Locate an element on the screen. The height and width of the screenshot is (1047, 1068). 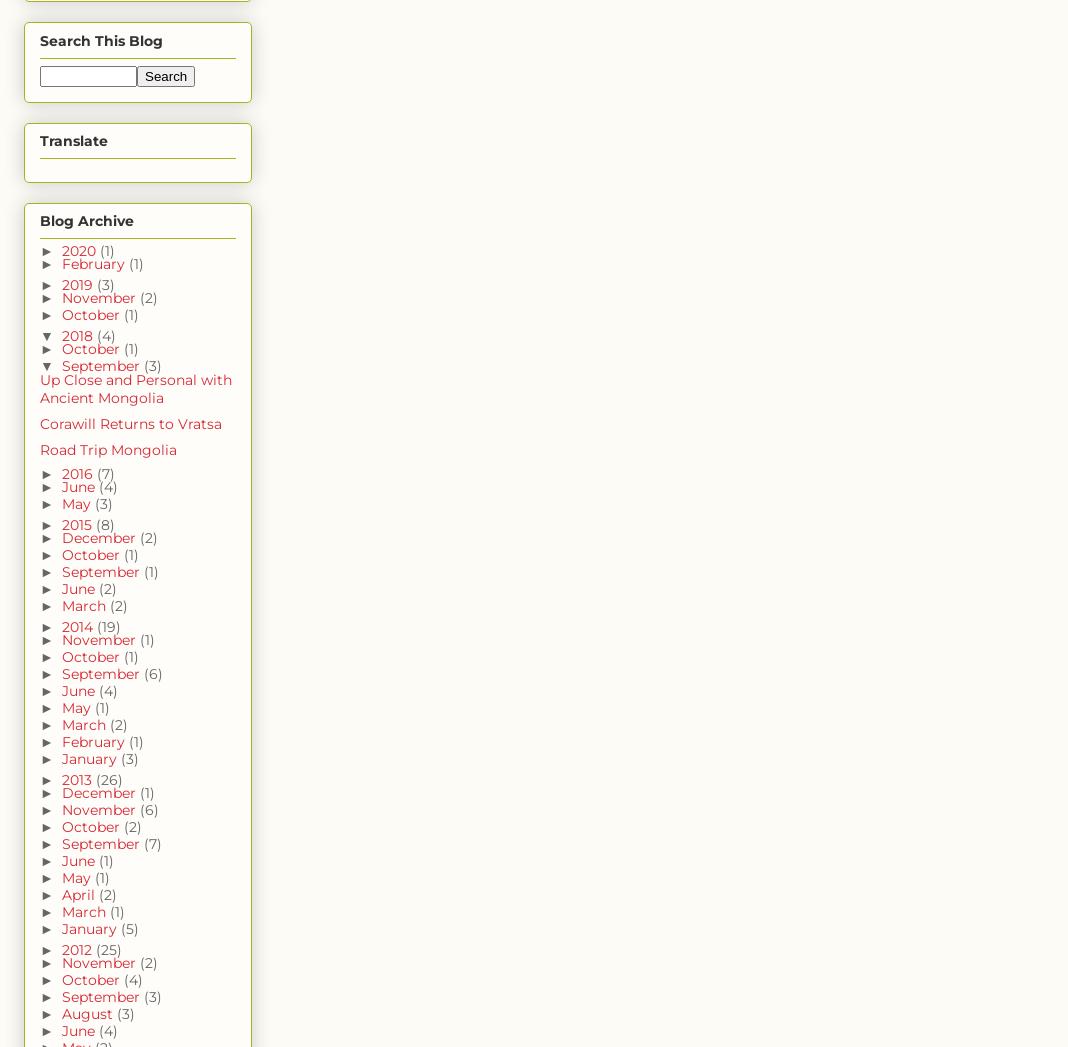
'Corawill Returns to Vratsa' is located at coordinates (130, 421).